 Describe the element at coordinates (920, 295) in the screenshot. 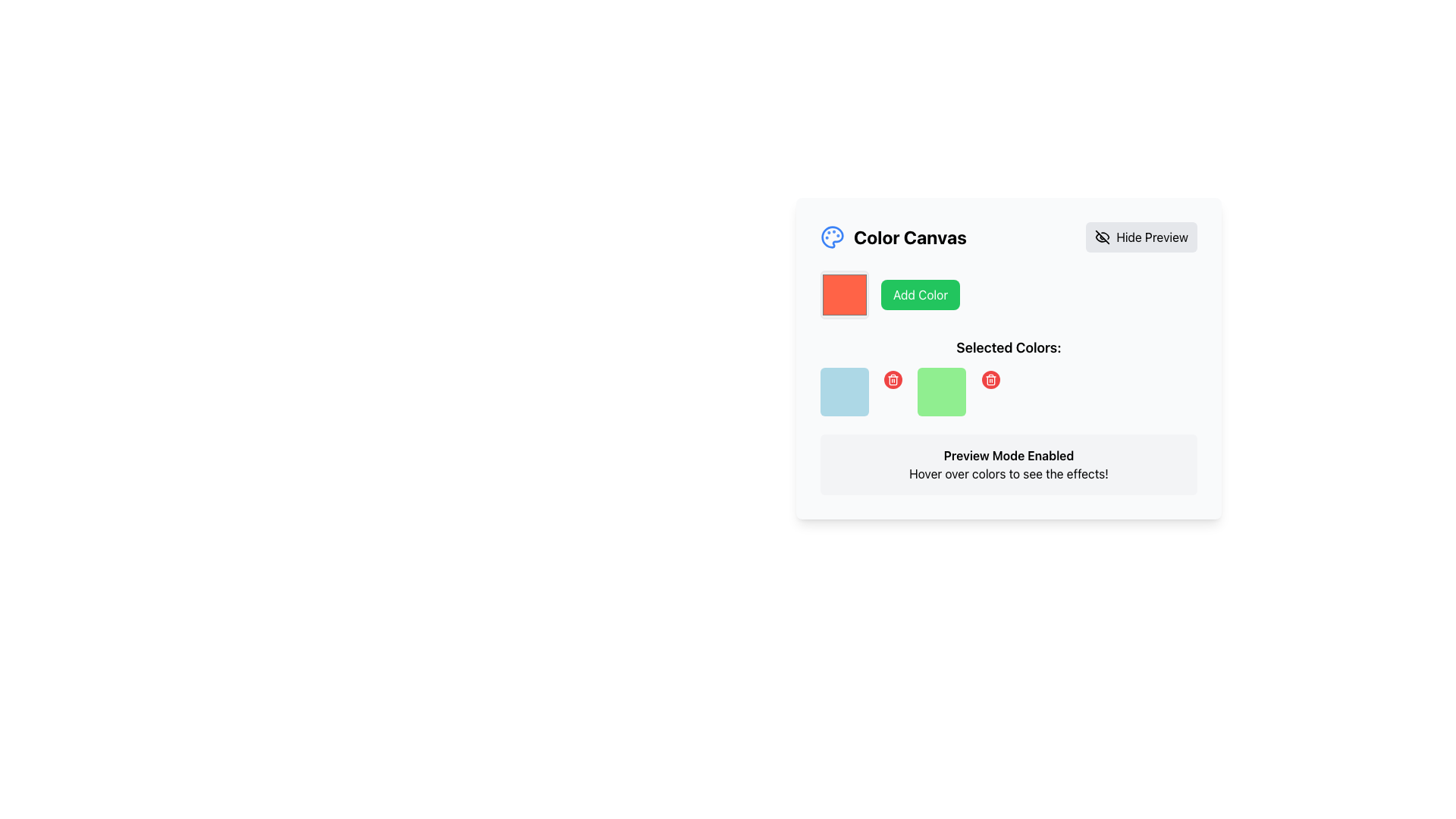

I see `the 'Add Color' button located in the right area of the interface, next to the square color box` at that location.